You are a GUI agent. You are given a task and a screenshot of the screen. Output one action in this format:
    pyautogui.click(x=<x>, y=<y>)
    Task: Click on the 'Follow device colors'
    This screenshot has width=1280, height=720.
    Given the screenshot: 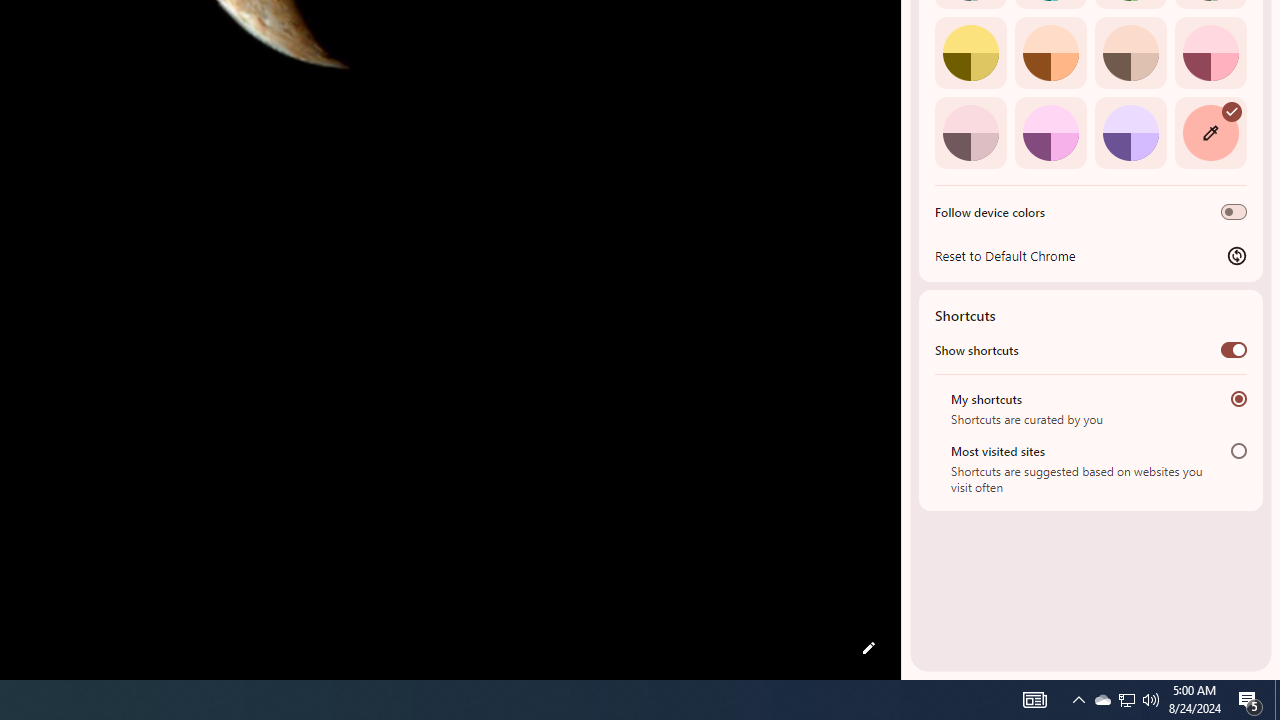 What is the action you would take?
    pyautogui.click(x=1232, y=211)
    